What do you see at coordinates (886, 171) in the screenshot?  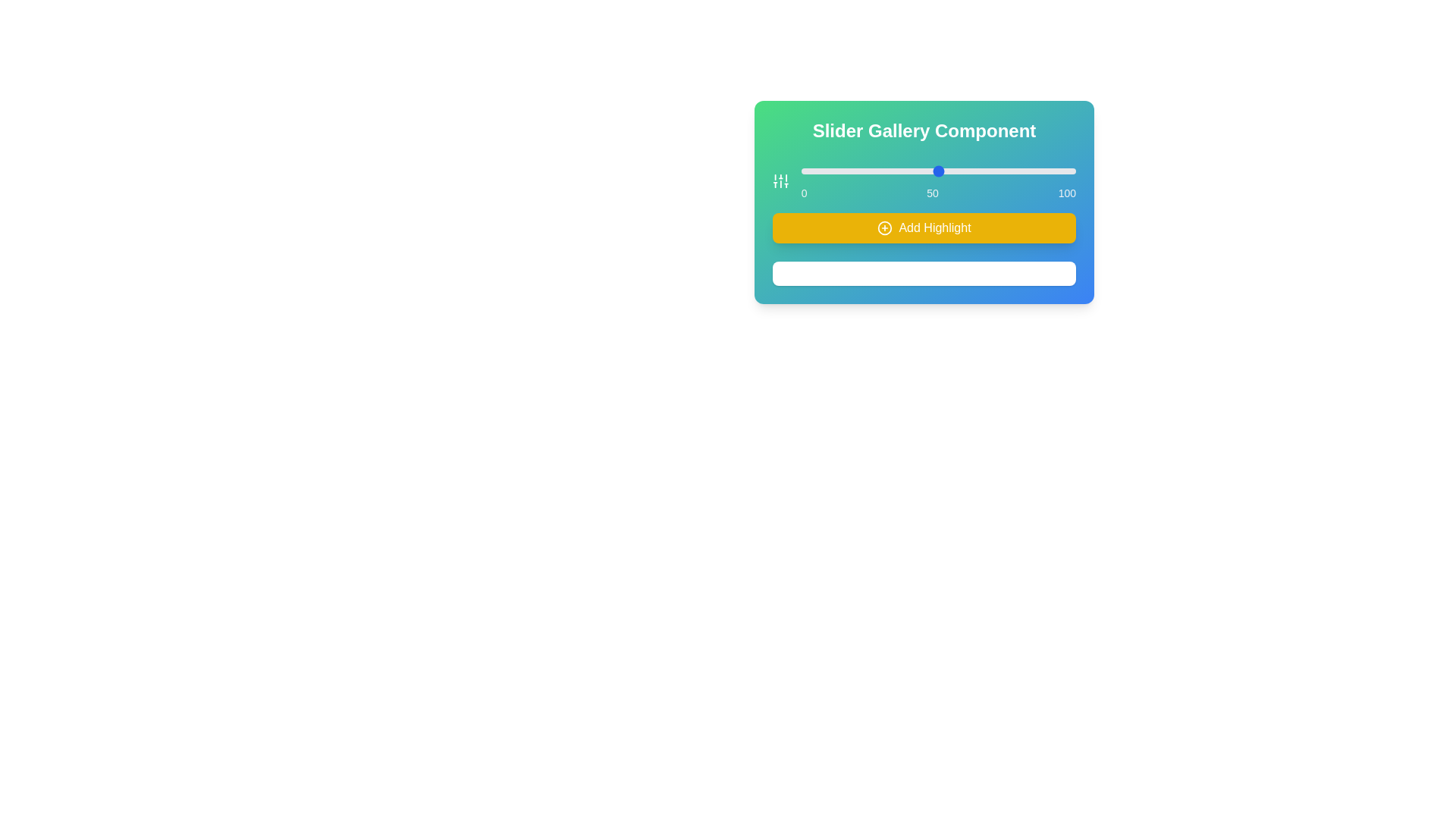 I see `the slider value` at bounding box center [886, 171].